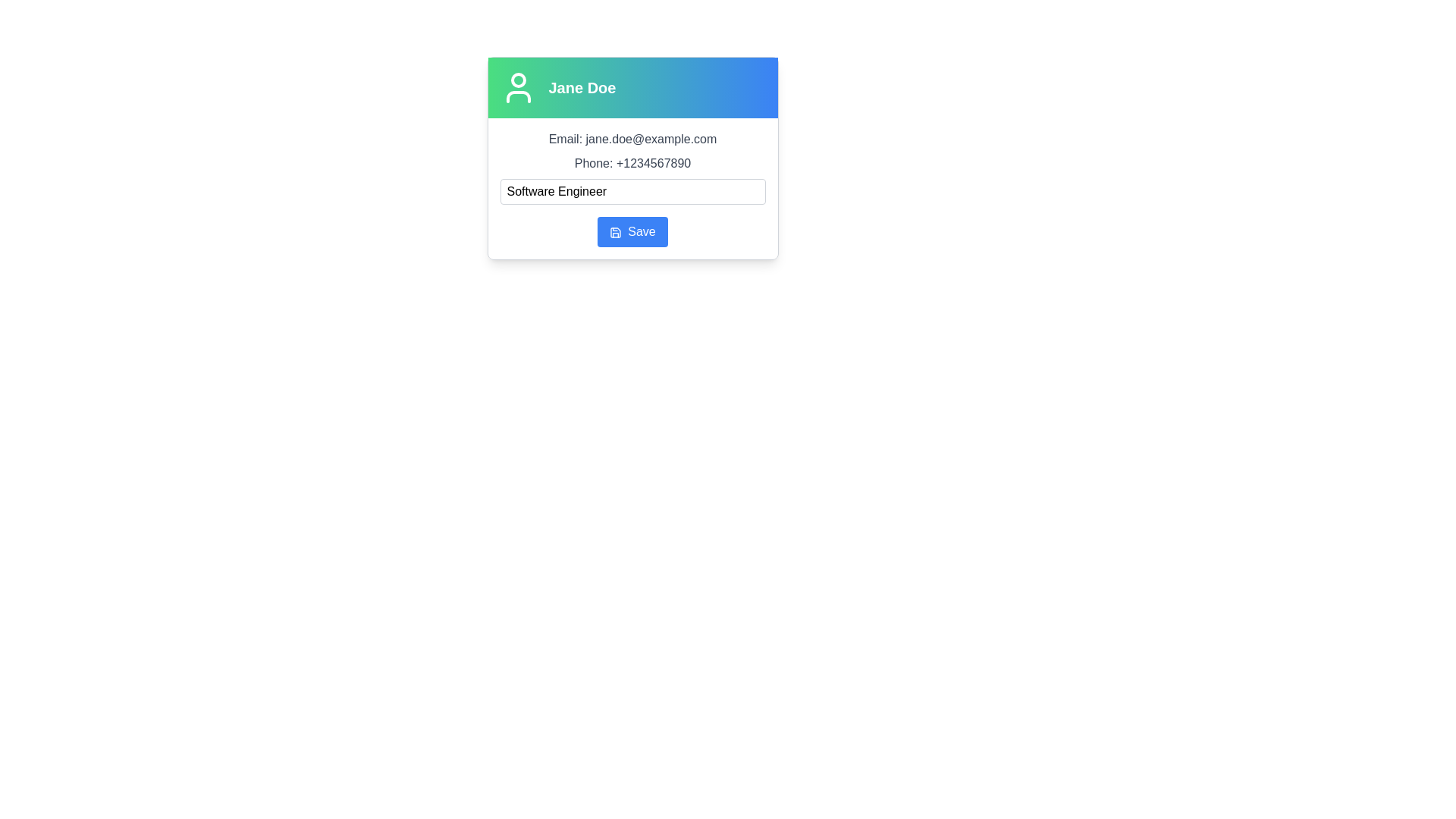 The width and height of the screenshot is (1456, 819). Describe the element at coordinates (582, 87) in the screenshot. I see `text label displaying 'Jane Doe' which is bold and large, centered horizontally within a gradient background from green to blue, located near the top center of the card-style layout` at that location.